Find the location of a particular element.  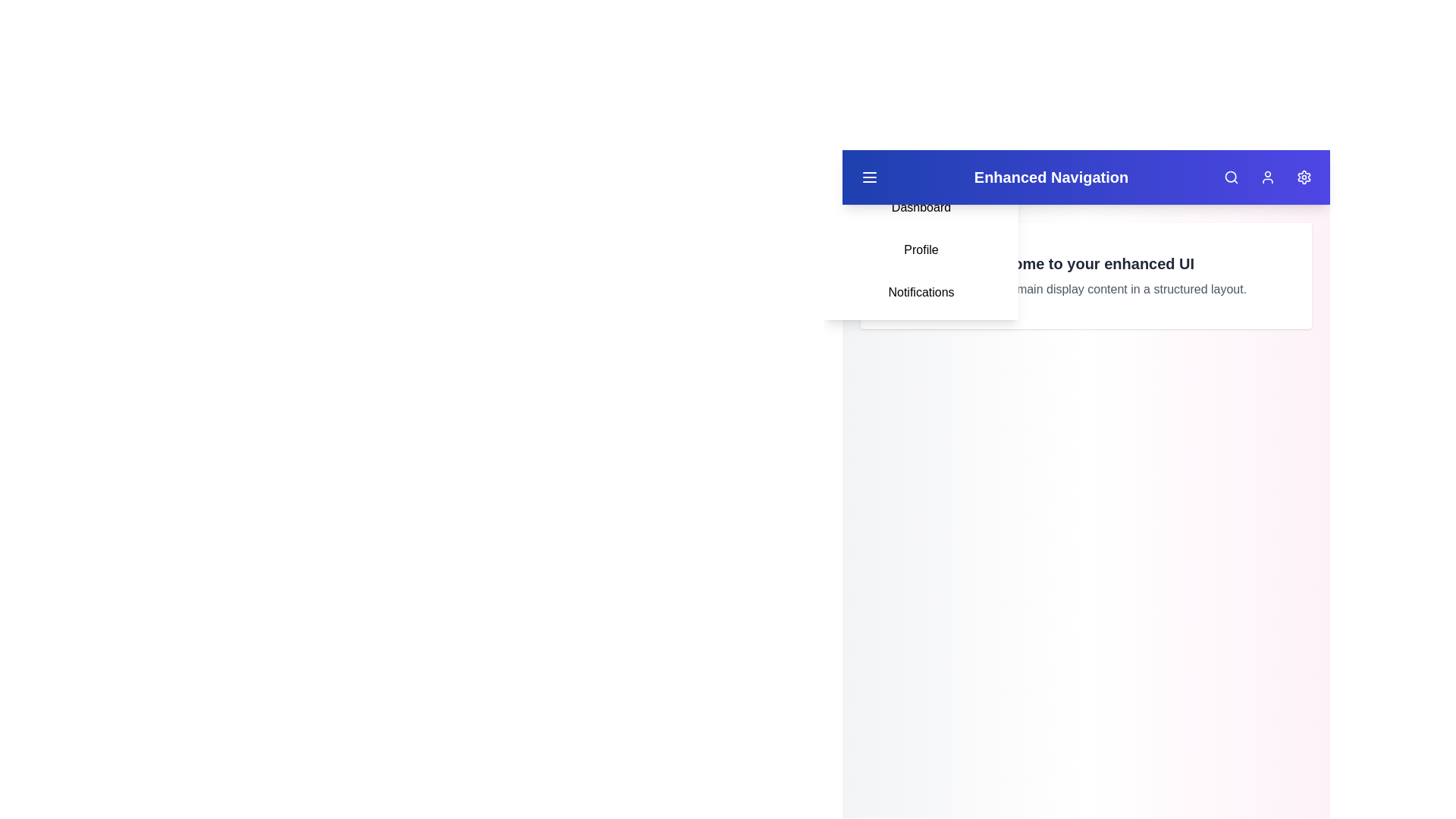

the search button located in the top-right corner of the app bar is located at coordinates (1231, 177).